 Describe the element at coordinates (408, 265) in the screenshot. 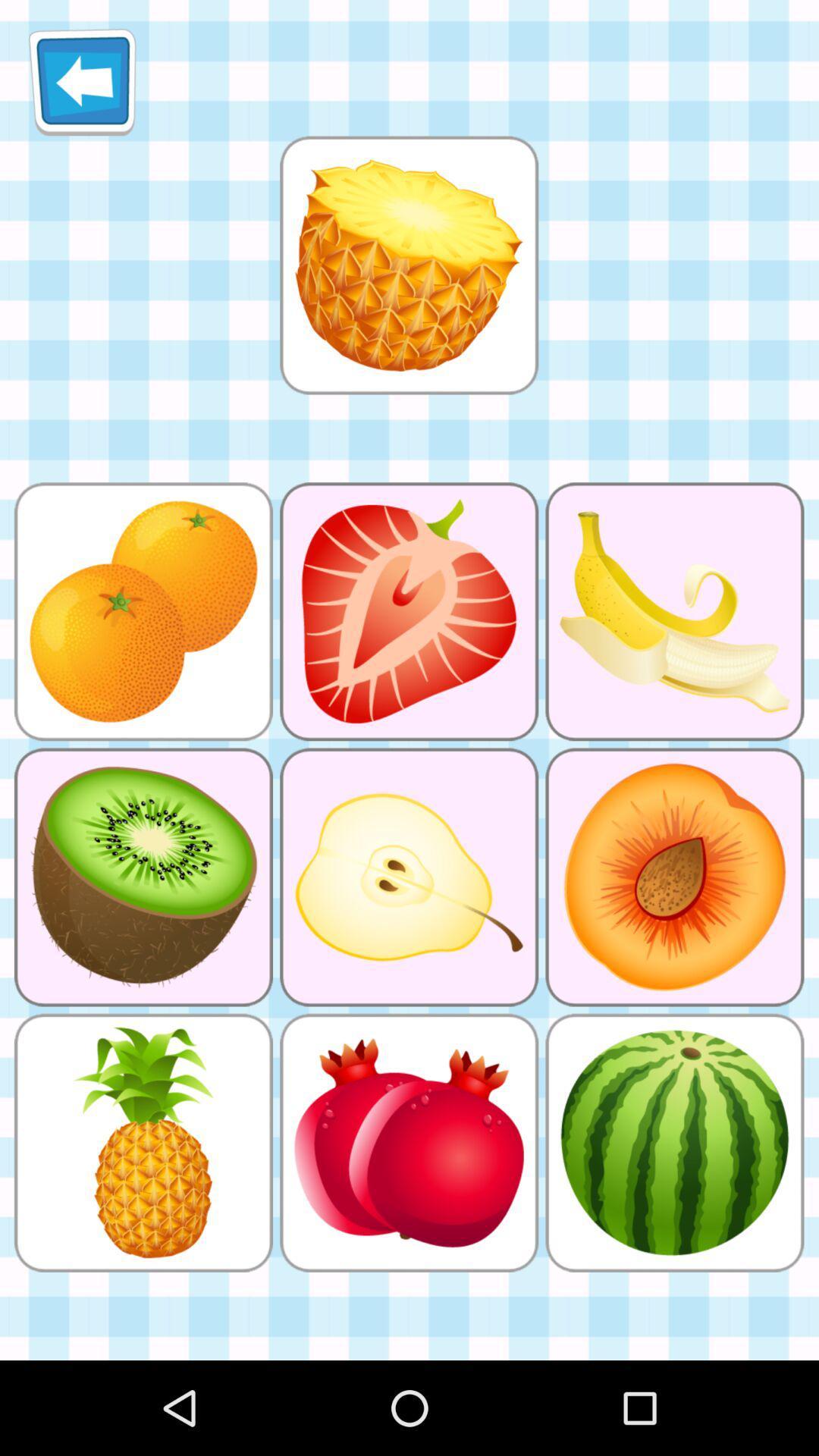

I see `fruit pineapple` at that location.